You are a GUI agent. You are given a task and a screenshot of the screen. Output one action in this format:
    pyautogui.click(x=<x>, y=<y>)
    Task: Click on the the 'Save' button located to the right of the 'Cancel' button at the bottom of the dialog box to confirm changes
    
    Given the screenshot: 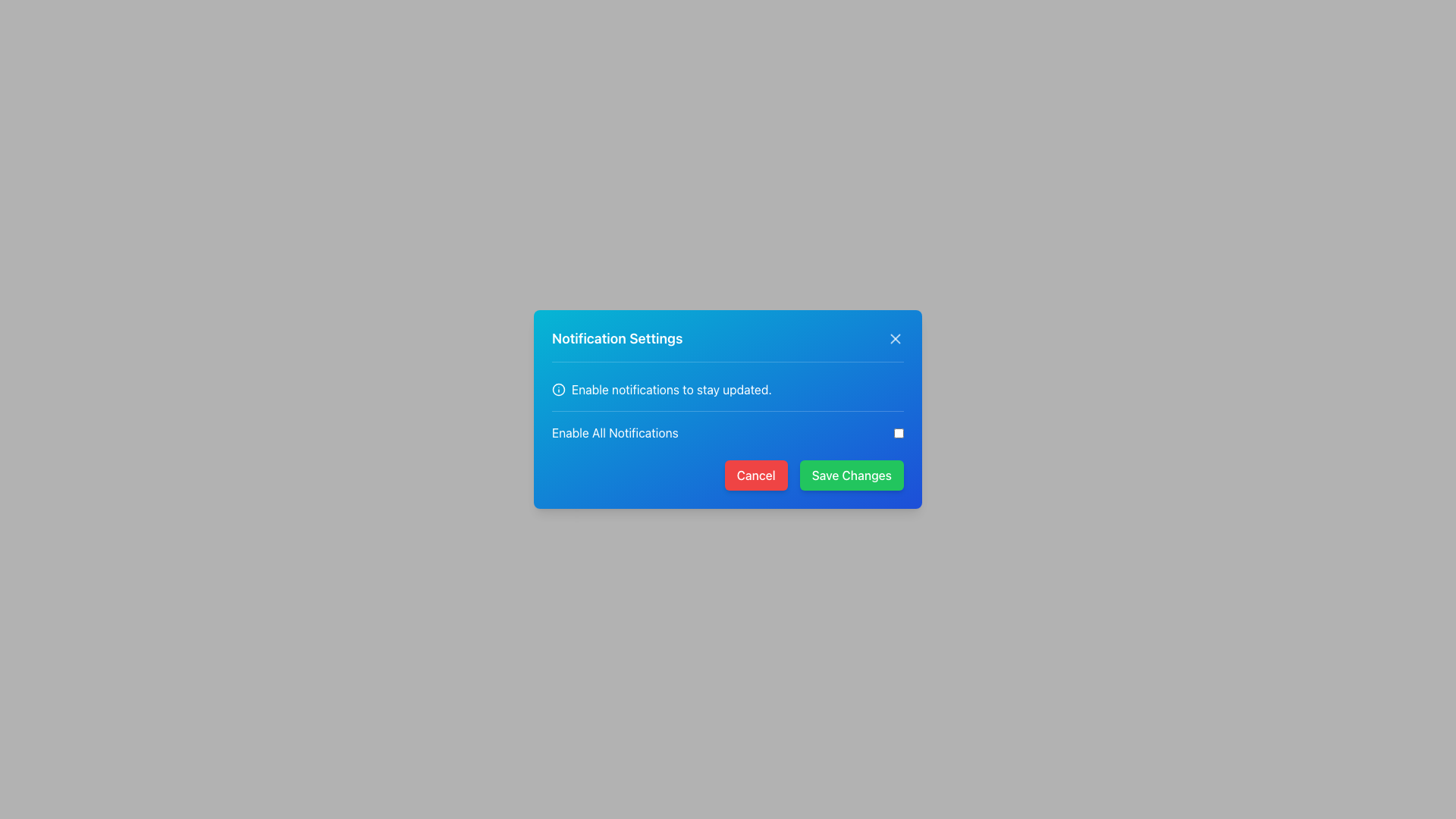 What is the action you would take?
    pyautogui.click(x=852, y=475)
    